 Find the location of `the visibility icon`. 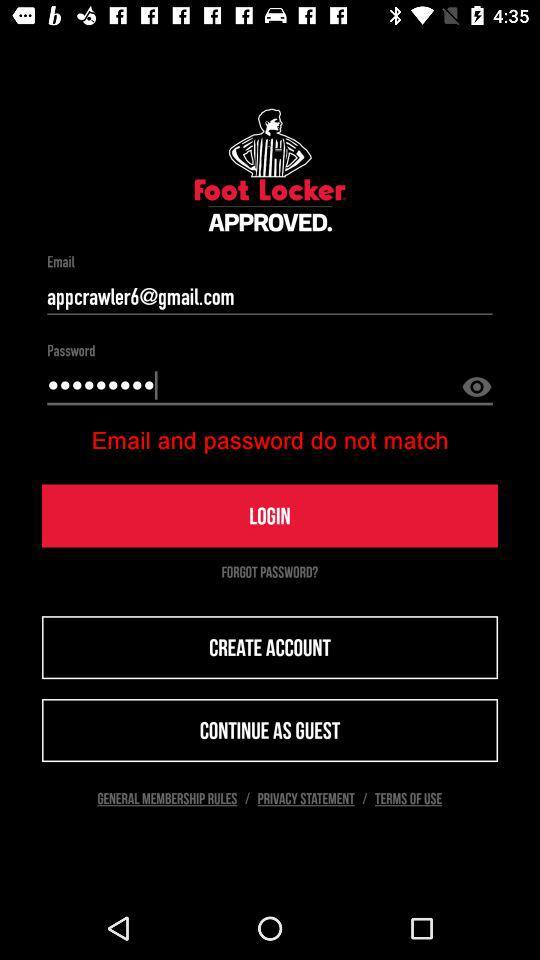

the visibility icon is located at coordinates (475, 387).